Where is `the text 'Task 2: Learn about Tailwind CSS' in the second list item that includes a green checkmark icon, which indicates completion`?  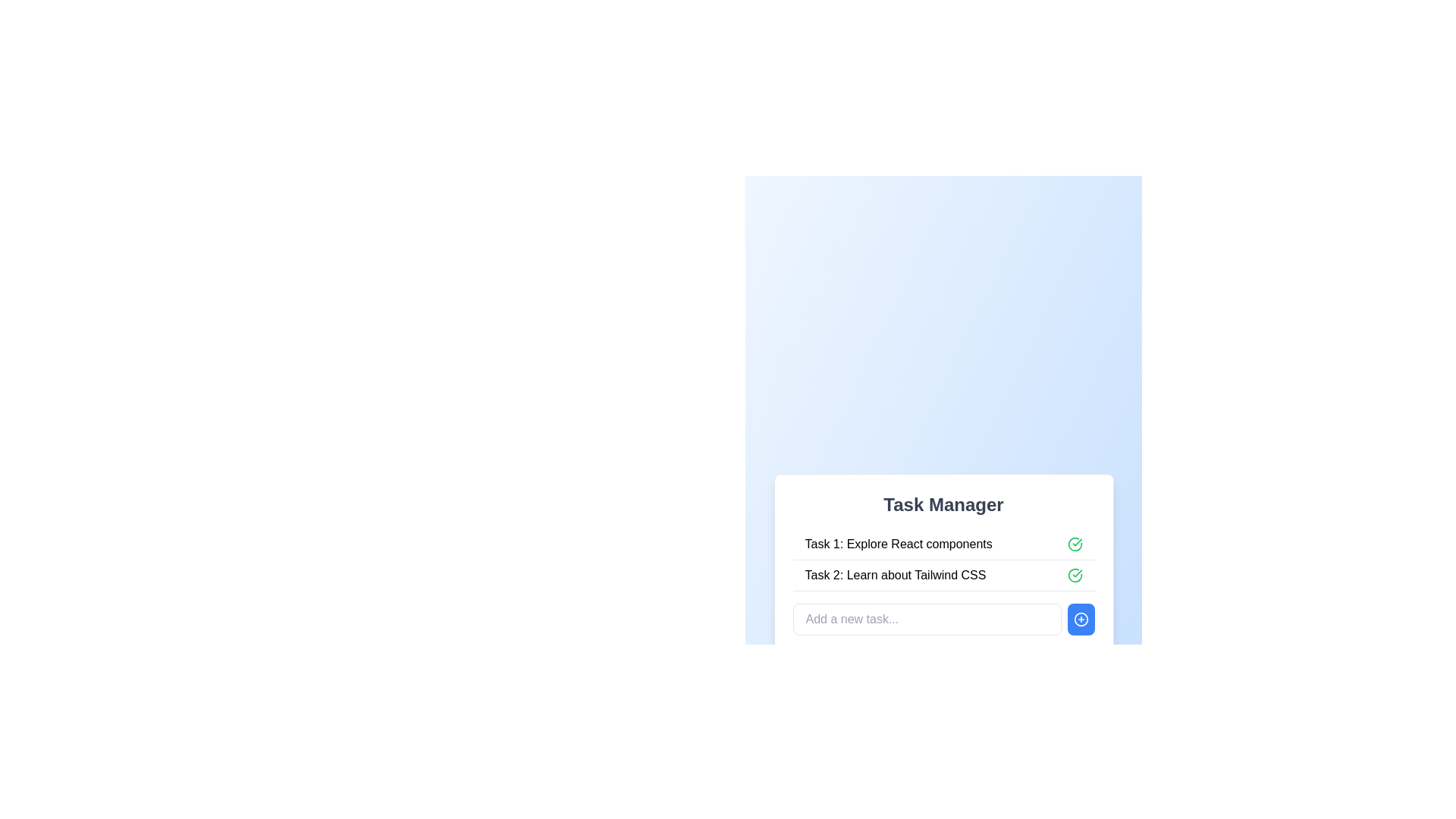
the text 'Task 2: Learn about Tailwind CSS' in the second list item that includes a green checkmark icon, which indicates completion is located at coordinates (943, 576).